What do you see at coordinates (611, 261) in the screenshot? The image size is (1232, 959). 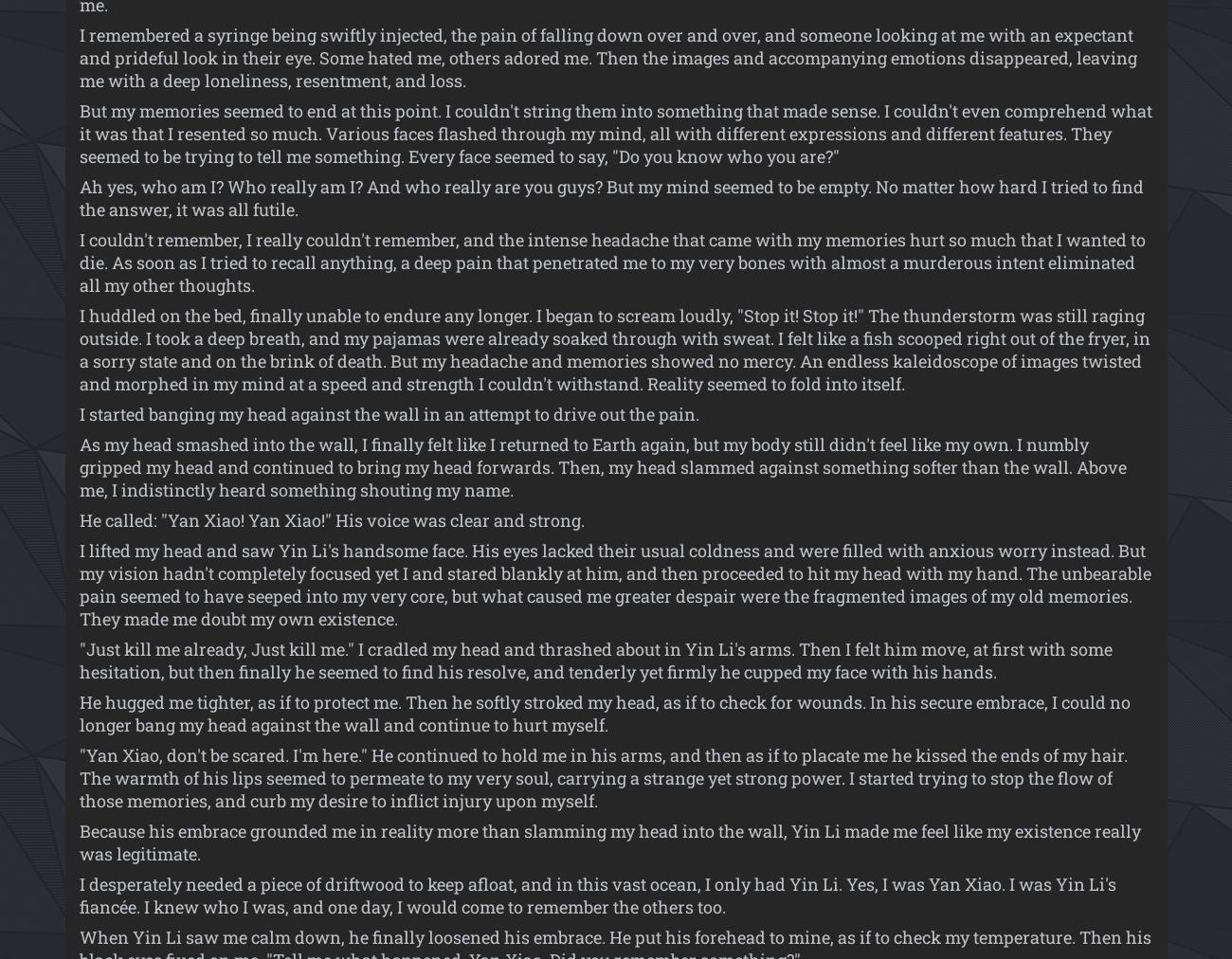 I see `'I couldn't remember, I really couldn't remember, and the intense headache that came with my memories hurt so much that I wanted to die. As soon as I tried to recall anything, a deep pain that penetrated me to my very bones with almost a murderous intent eliminated all my other thoughts.'` at bounding box center [611, 261].